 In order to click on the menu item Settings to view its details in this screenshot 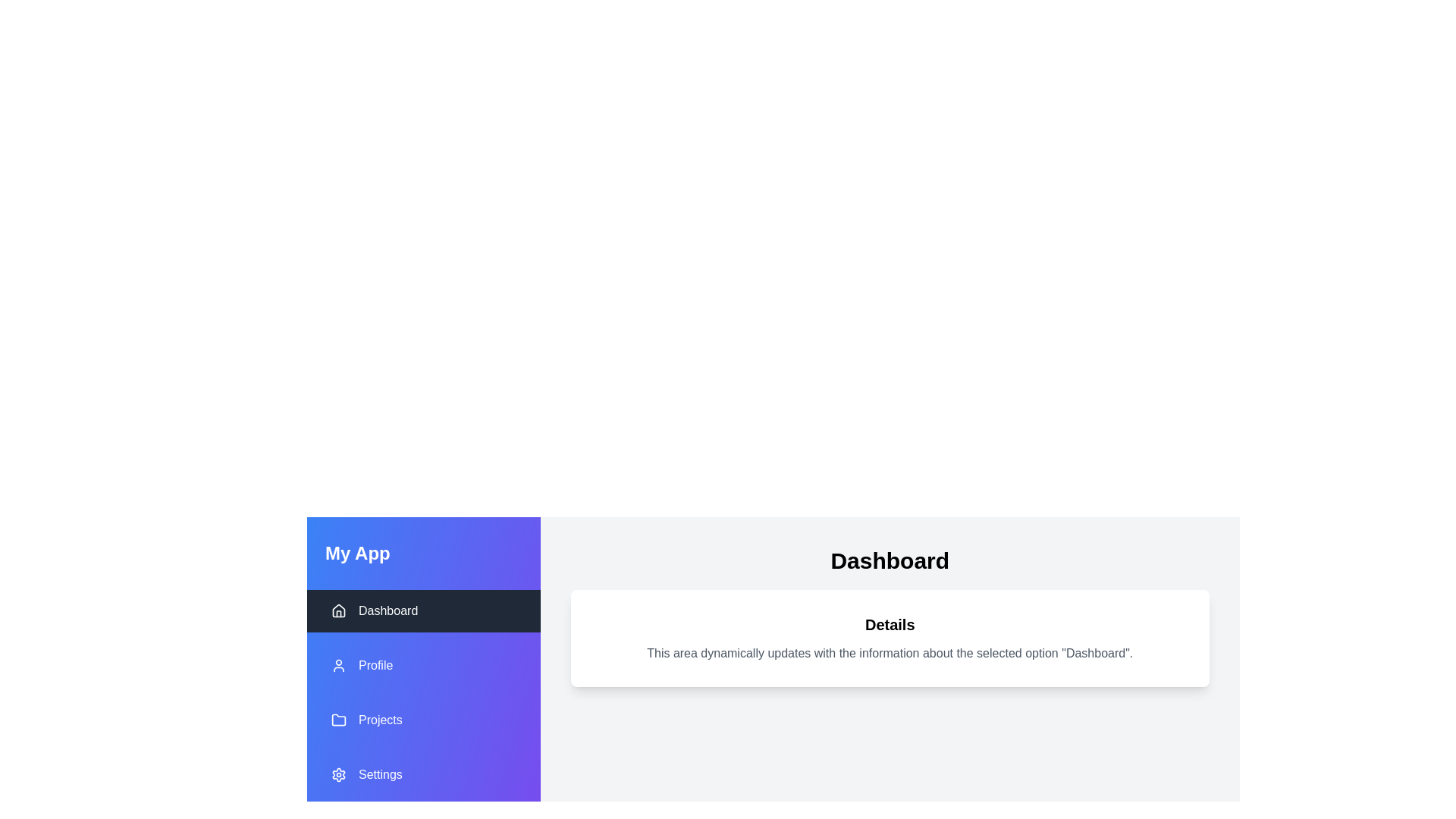, I will do `click(423, 775)`.